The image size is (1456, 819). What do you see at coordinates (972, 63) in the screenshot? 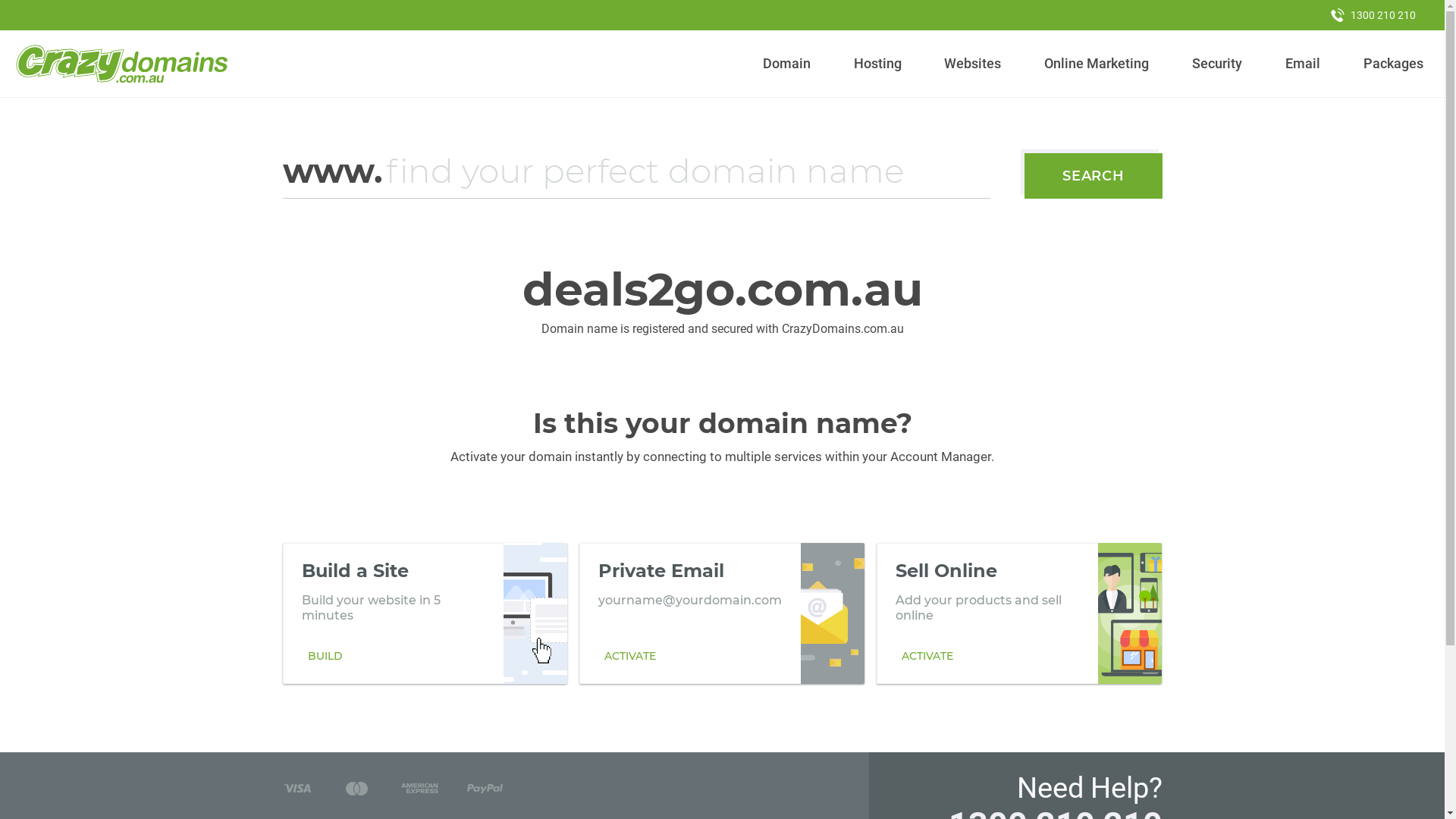
I see `'Websites'` at bounding box center [972, 63].